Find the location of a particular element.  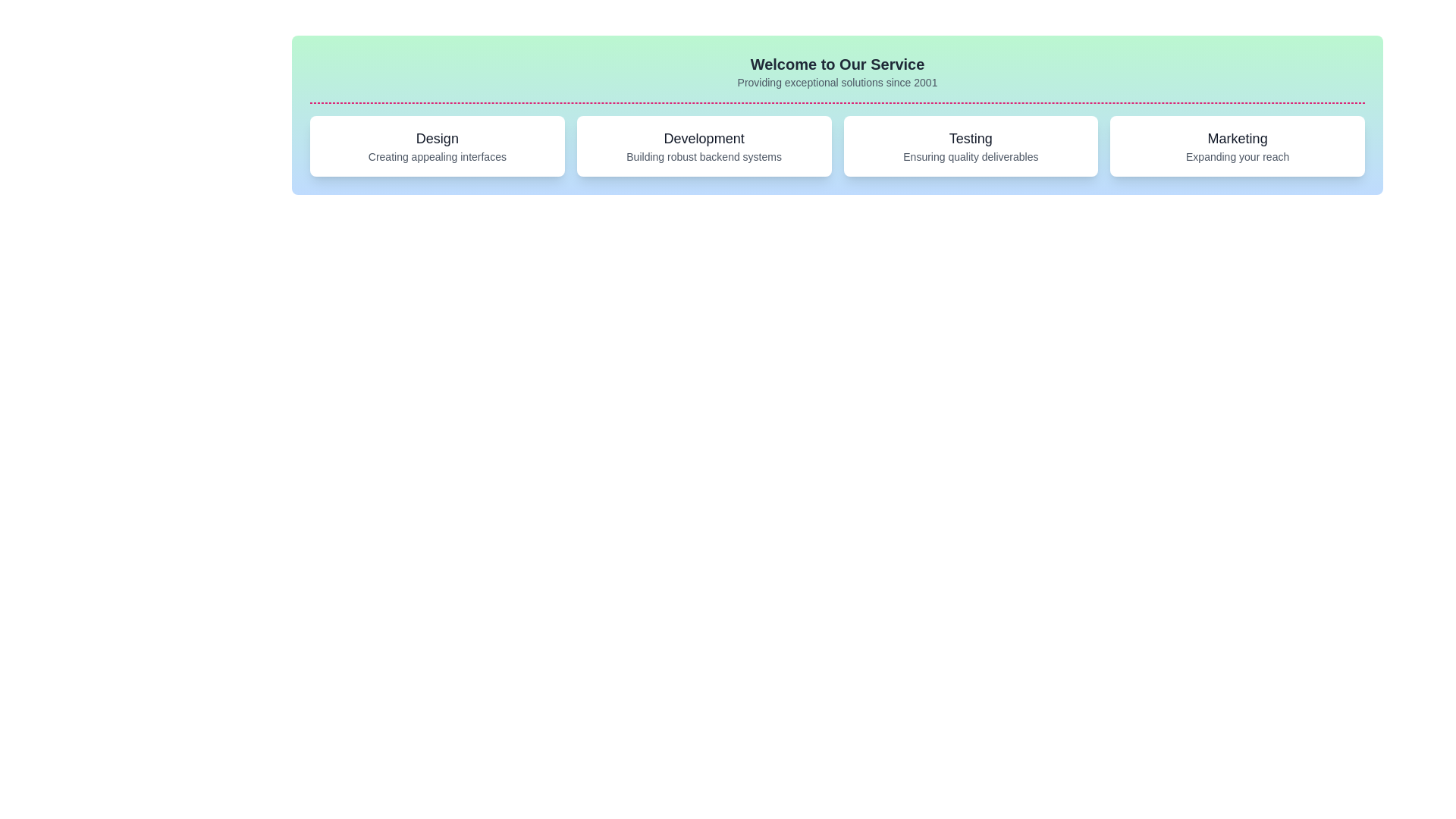

the decorative horizontal line that visually separates the introductory text from the subsequent content, located just beneath the 'Welcome to Our Service' title and 'Providing exceptional solutions since 2001' subtitle is located at coordinates (836, 102).